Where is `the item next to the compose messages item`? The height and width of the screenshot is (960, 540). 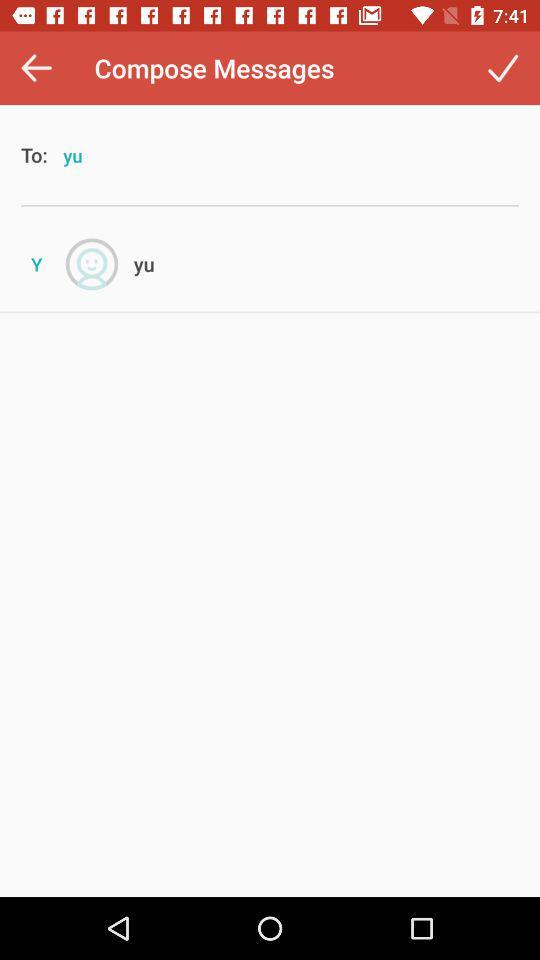
the item next to the compose messages item is located at coordinates (502, 68).